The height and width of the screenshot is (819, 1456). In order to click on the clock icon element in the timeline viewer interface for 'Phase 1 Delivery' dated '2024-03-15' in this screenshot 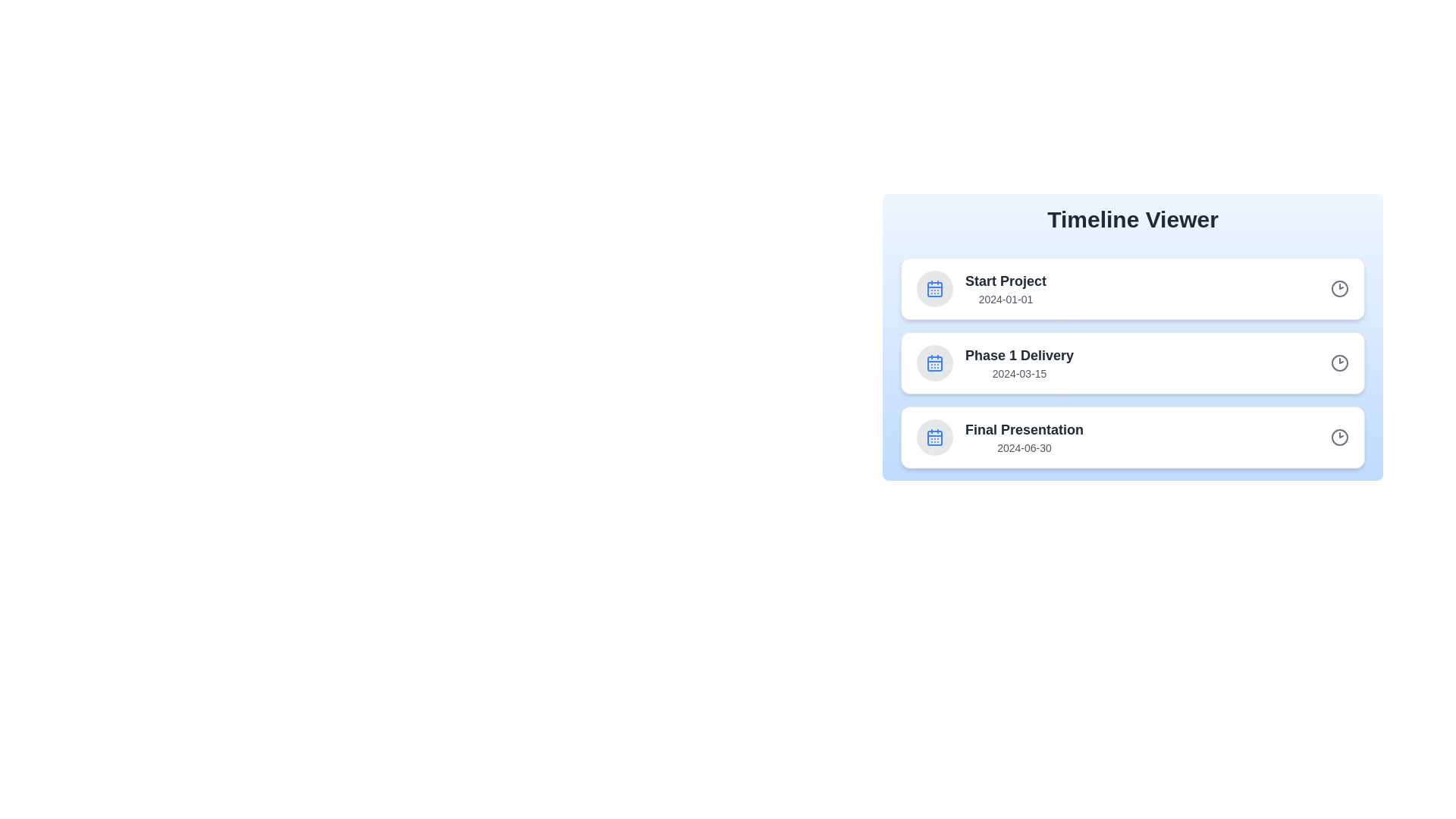, I will do `click(1339, 362)`.